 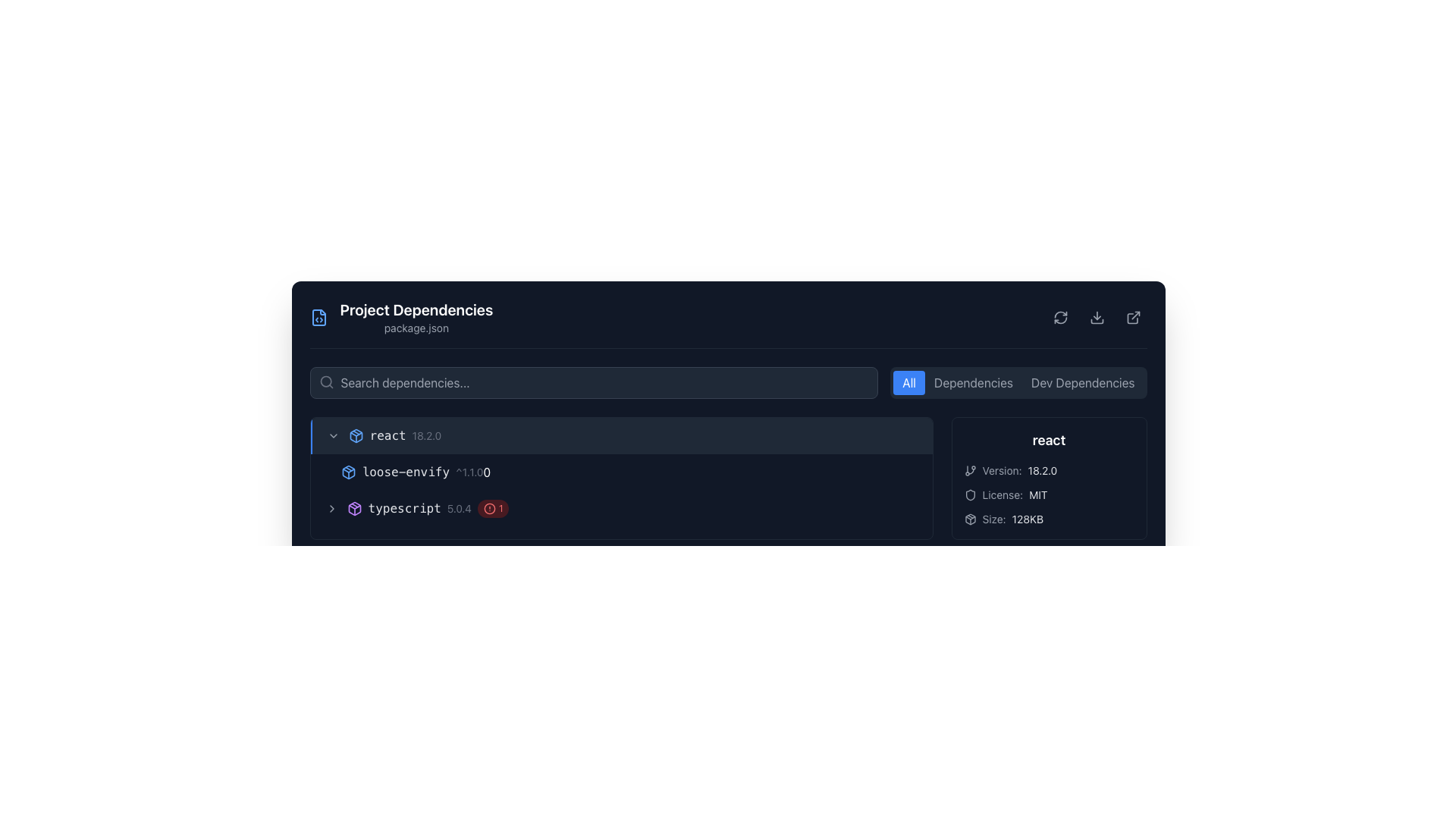 I want to click on the light gray icon button resembling a download symbol located near the top-right corner of the interface, so click(x=1097, y=317).